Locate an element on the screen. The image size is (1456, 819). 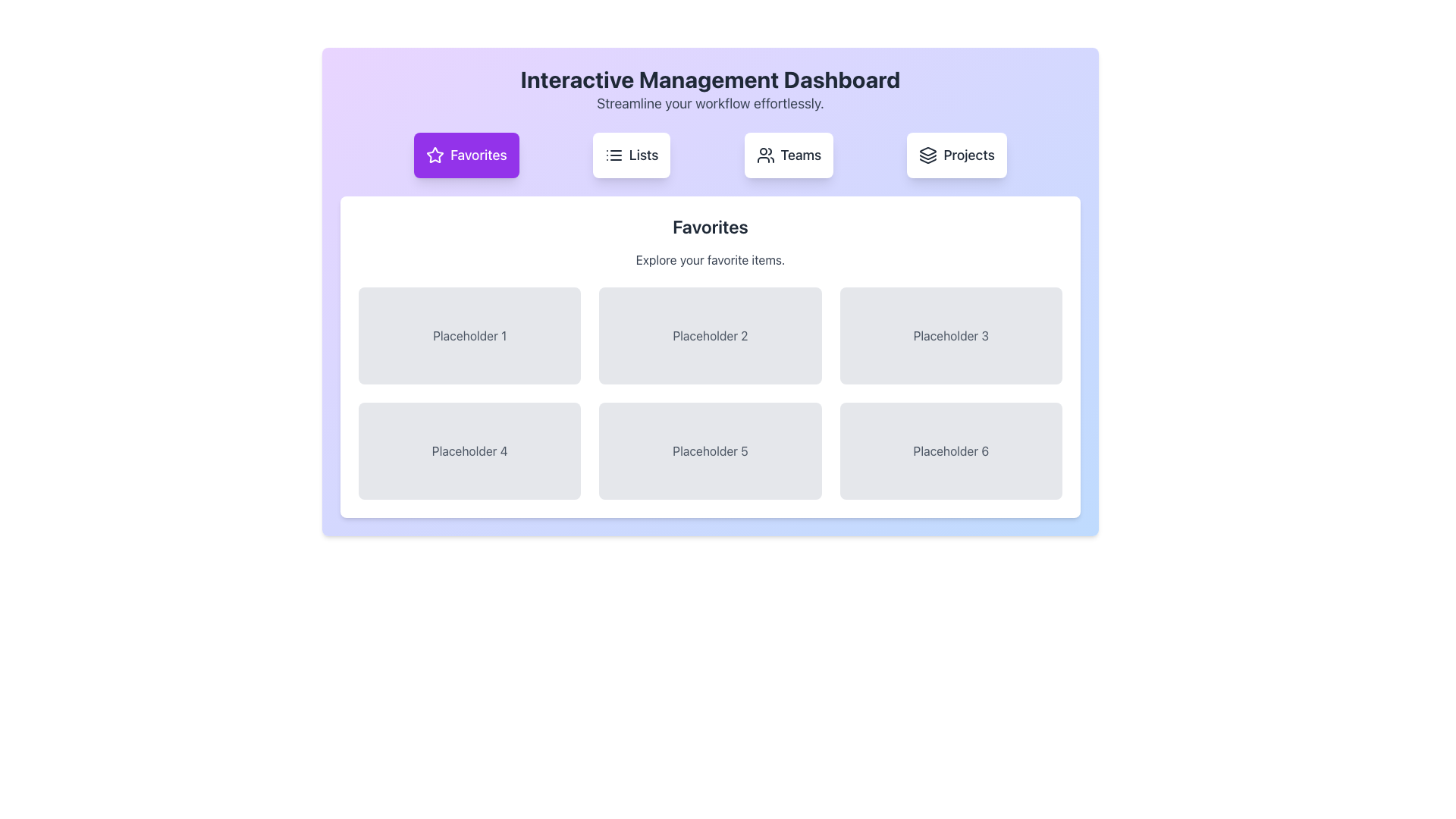
text element displaying 'Streamline your workflow effortlessly.' located below the headline 'Interactive Management Dashboard' is located at coordinates (709, 103).